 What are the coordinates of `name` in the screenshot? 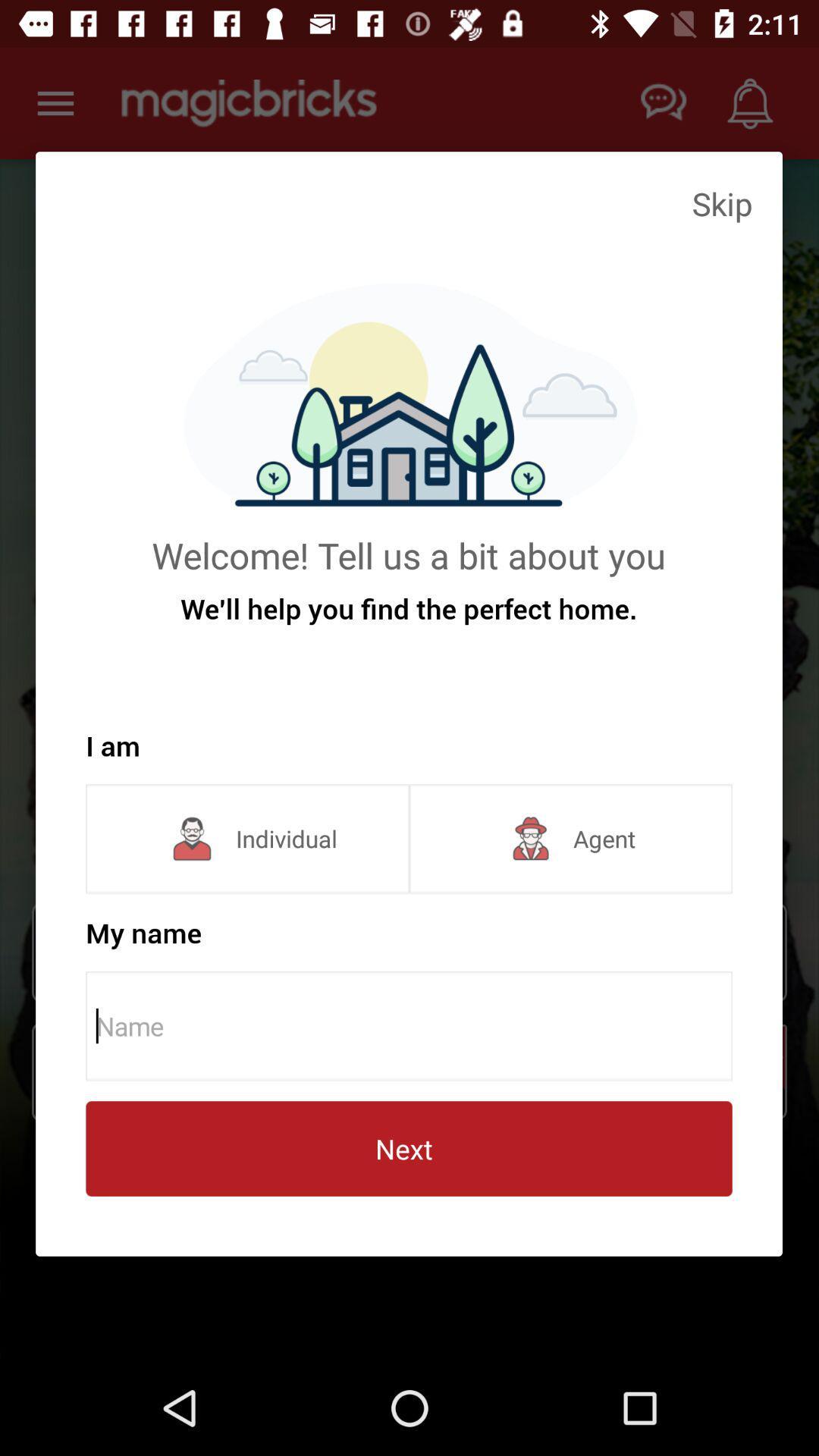 It's located at (414, 1026).